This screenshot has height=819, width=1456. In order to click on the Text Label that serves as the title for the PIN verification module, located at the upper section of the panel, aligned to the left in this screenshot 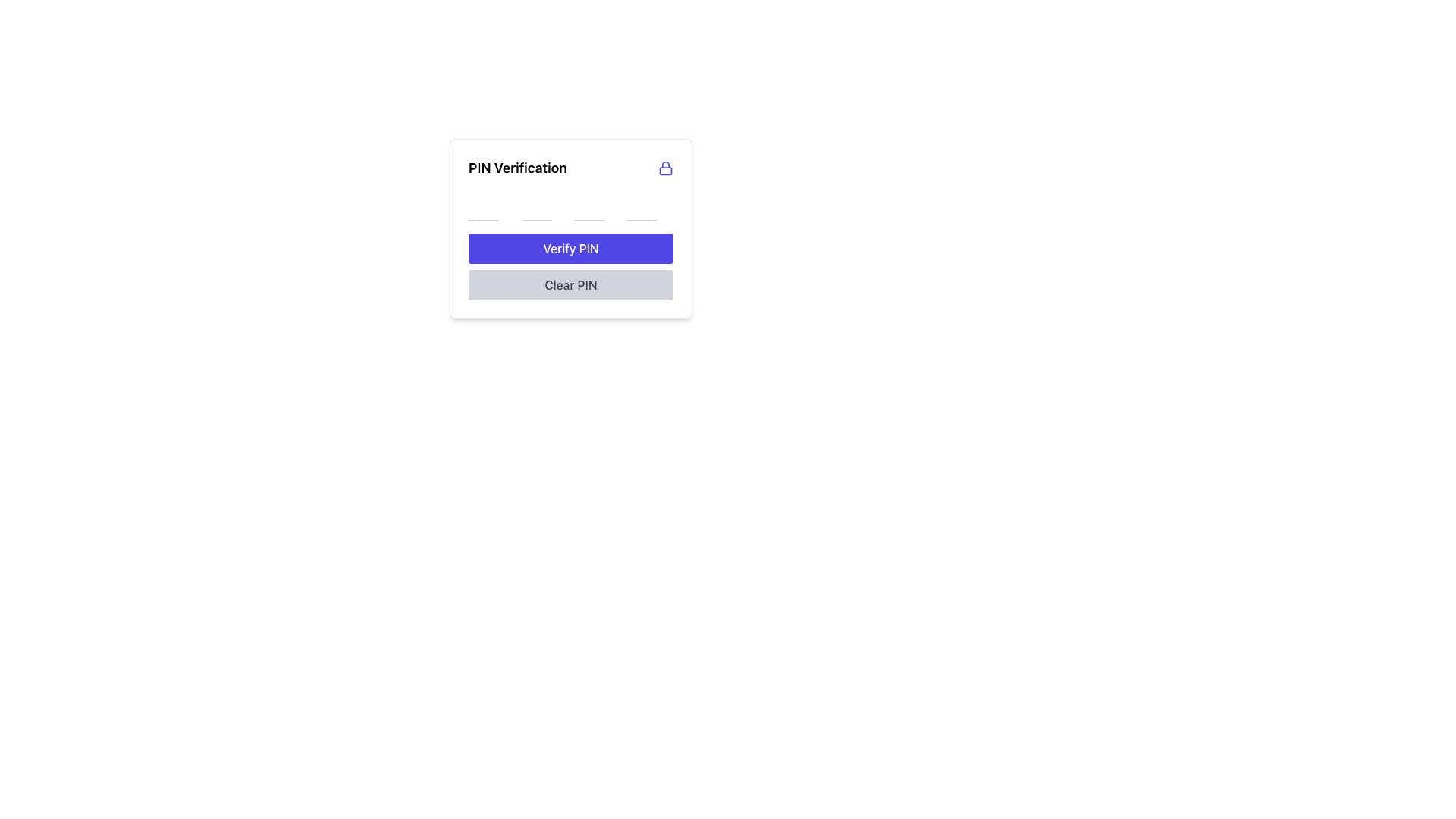, I will do `click(517, 168)`.